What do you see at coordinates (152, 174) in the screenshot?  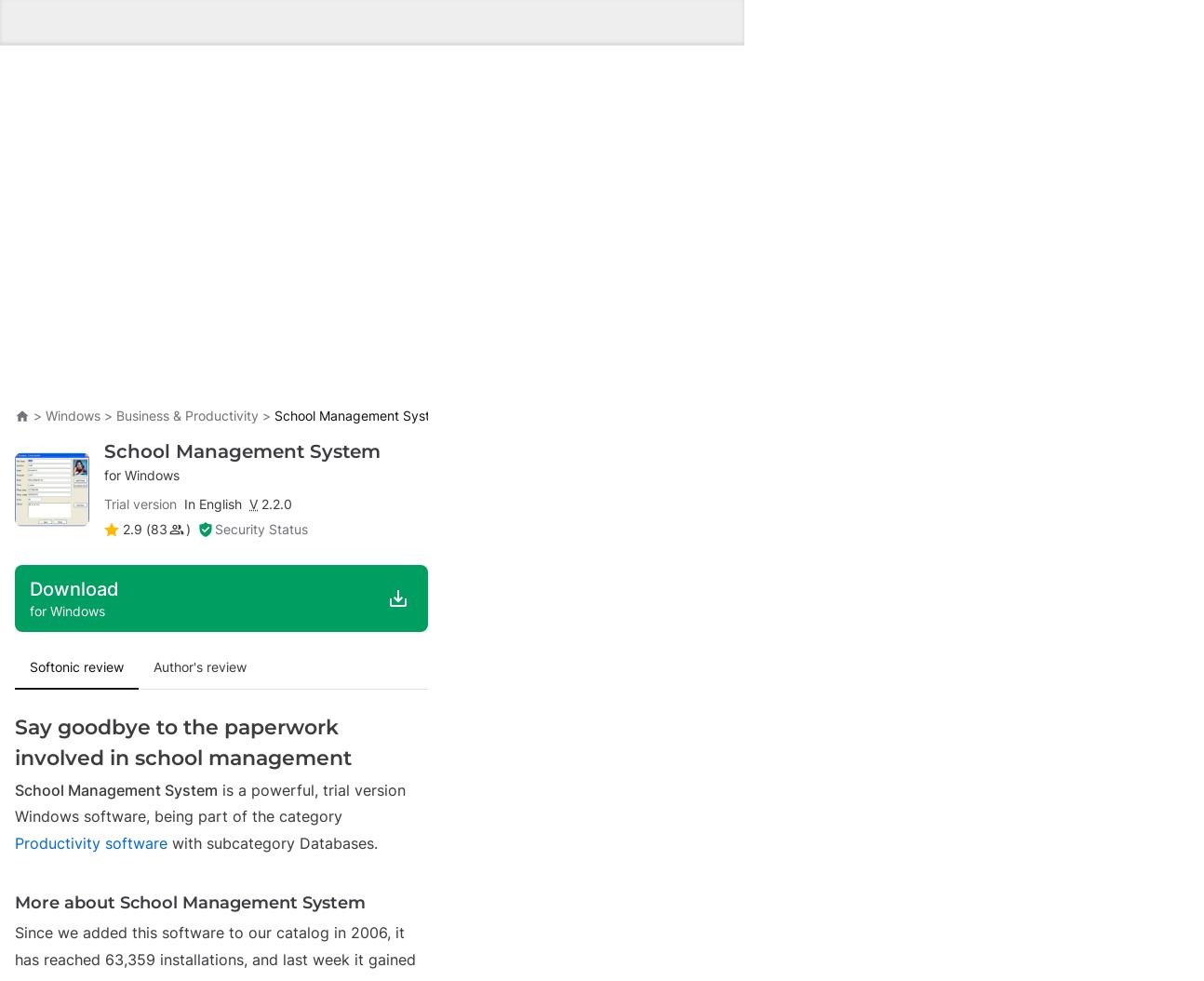 I see `'One Calendar'` at bounding box center [152, 174].